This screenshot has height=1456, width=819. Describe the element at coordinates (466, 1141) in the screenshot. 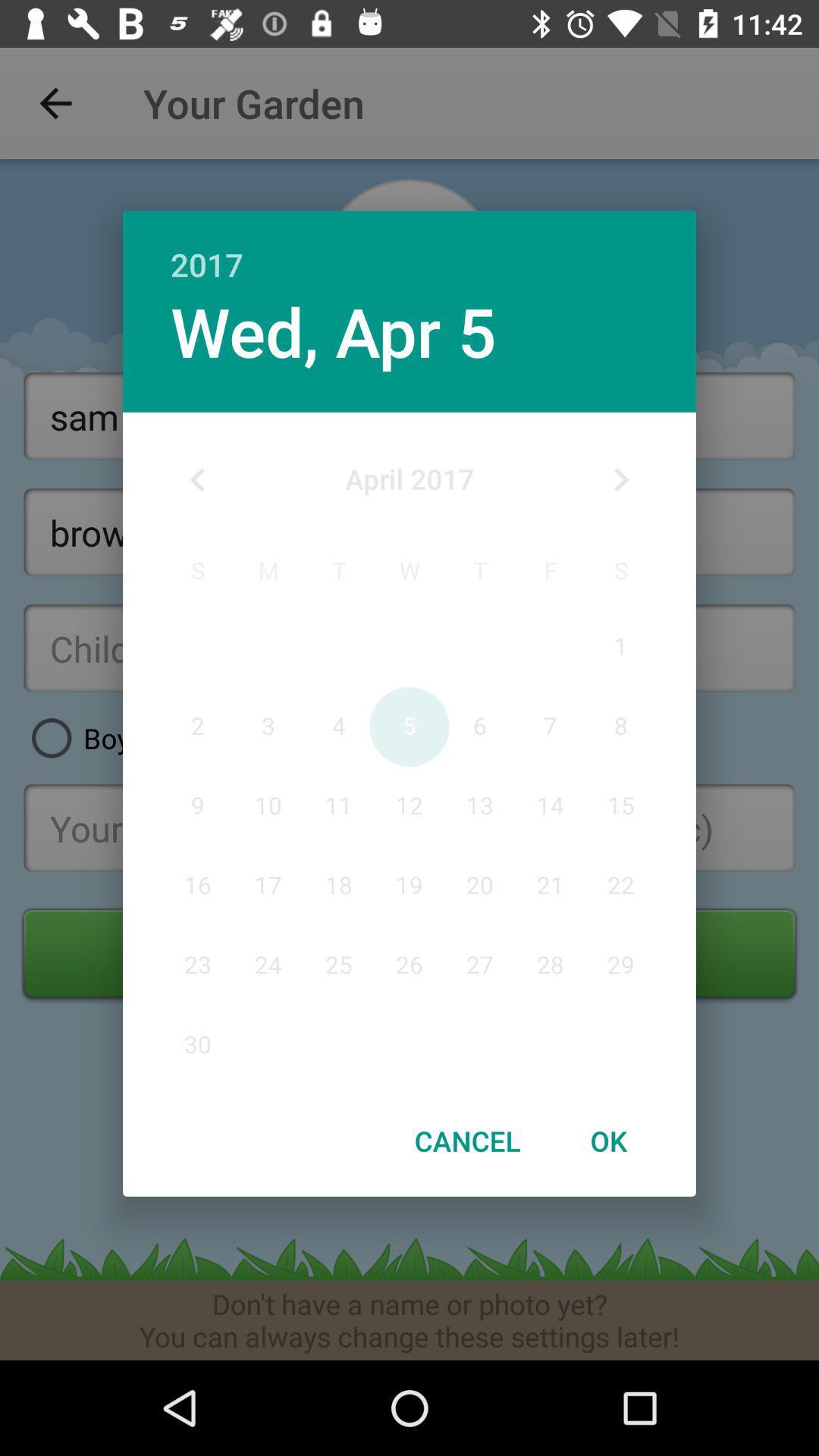

I see `cancel at the bottom` at that location.